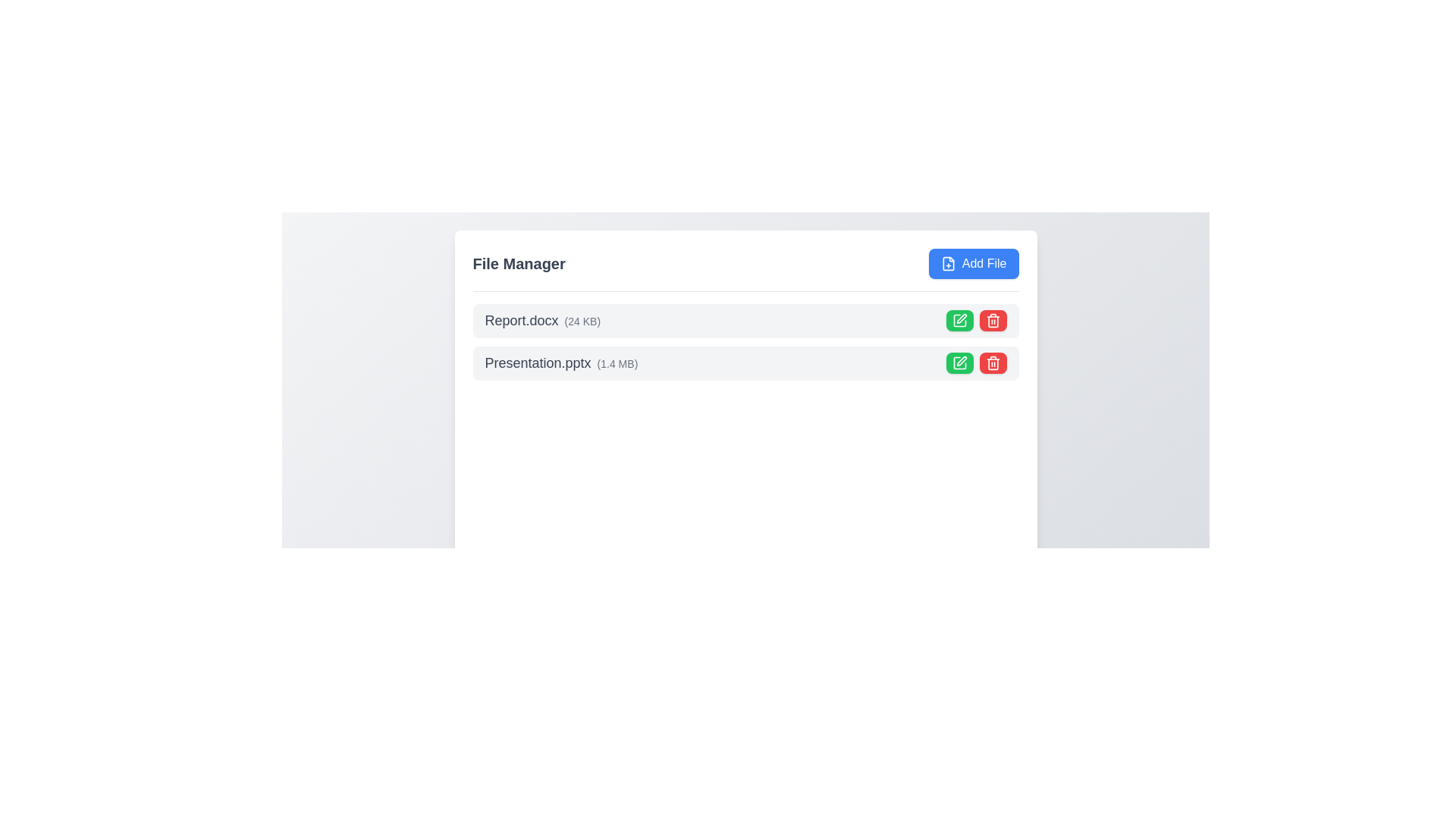  Describe the element at coordinates (542, 320) in the screenshot. I see `the text display element that shows information about the file 'Report.docx', which is positioned at the top of the file list, before the entry for 'Presentation.pptx (1.4 MB)'` at that location.